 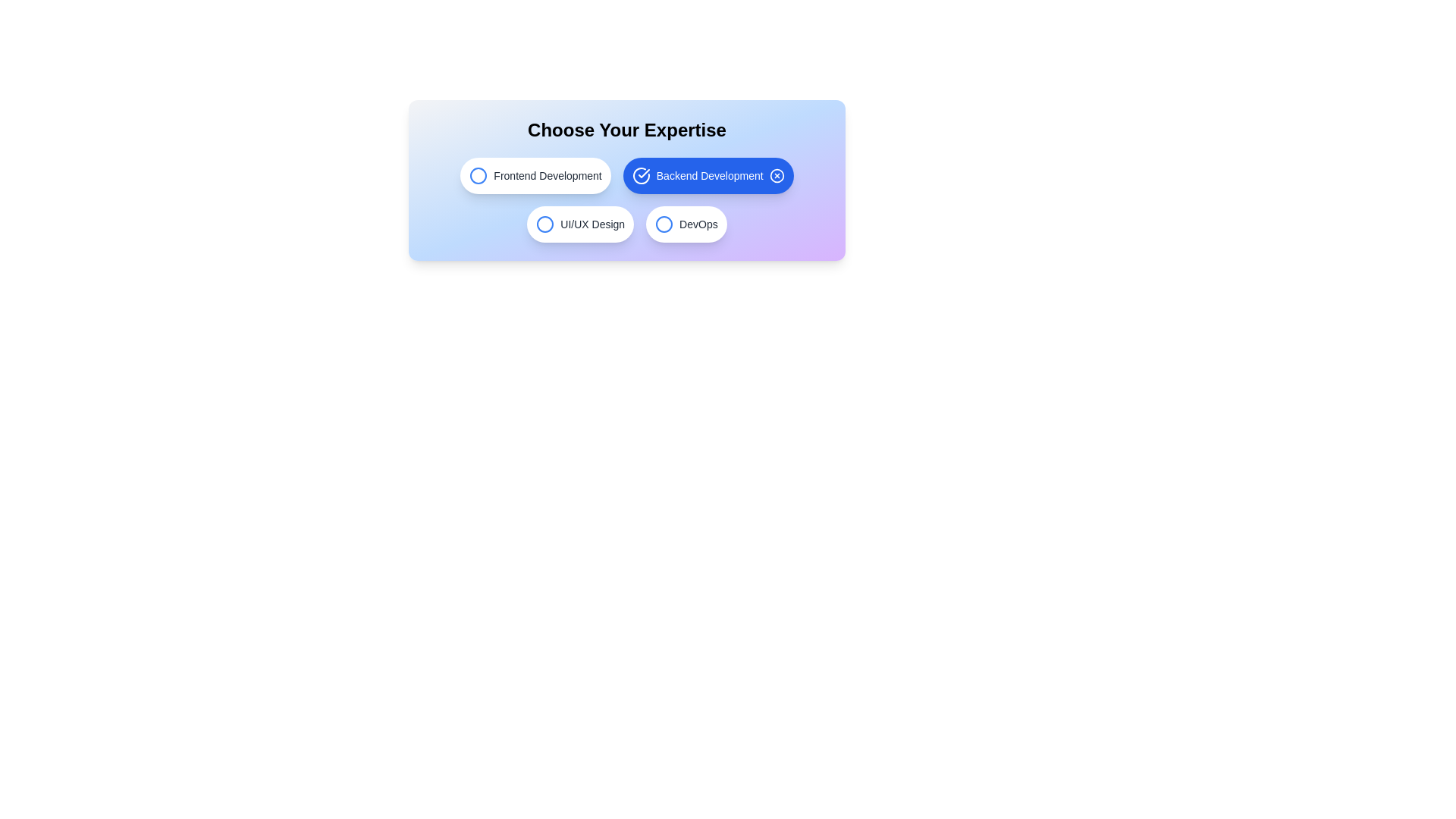 I want to click on the category chip labeled UI/UX Design to observe its hover effect, so click(x=579, y=224).